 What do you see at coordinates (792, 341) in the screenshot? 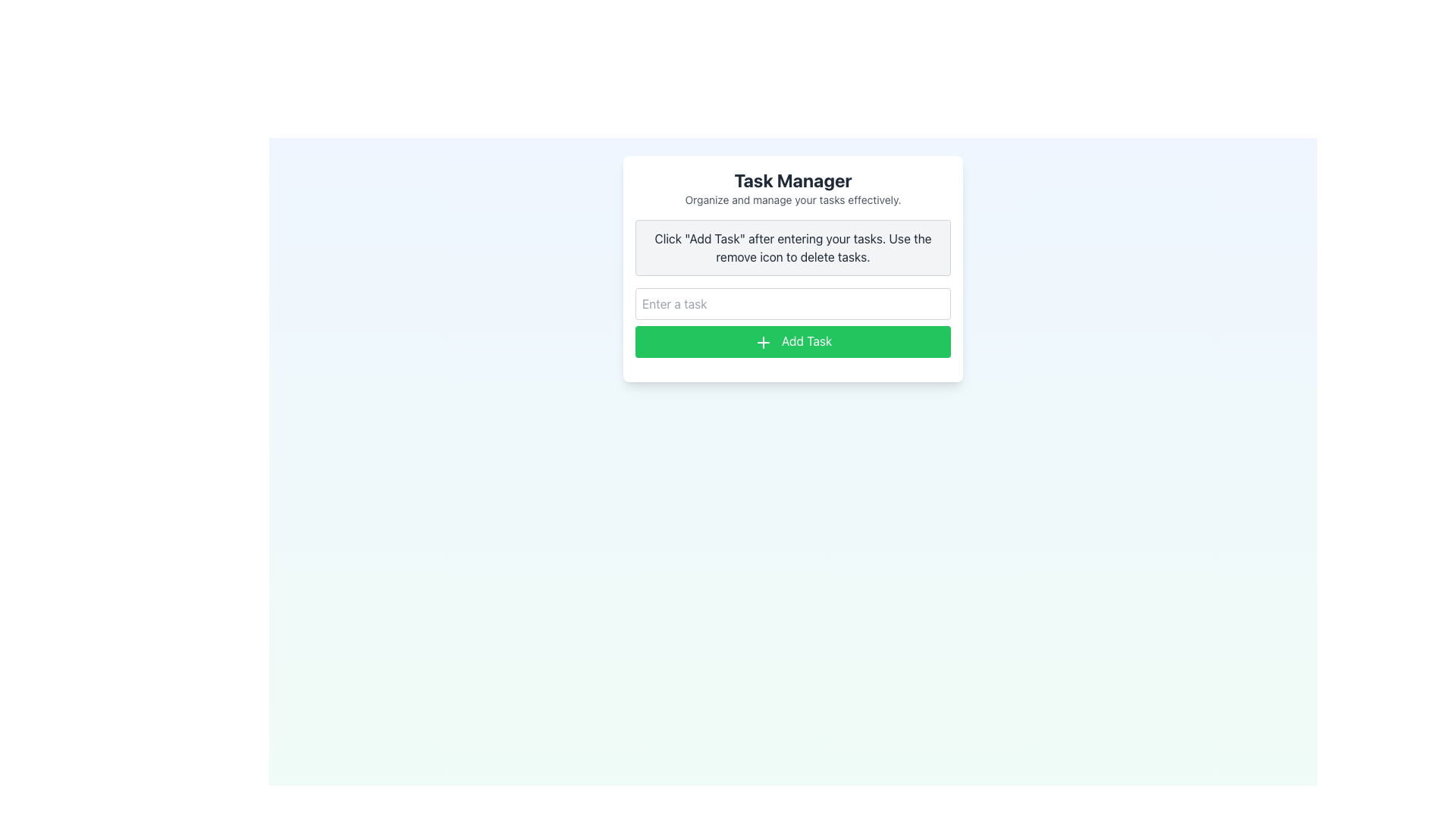
I see `the 'Add Task' button, which has a green background and white text with a plus symbol, located below the 'Enter a task' text input field` at bounding box center [792, 341].